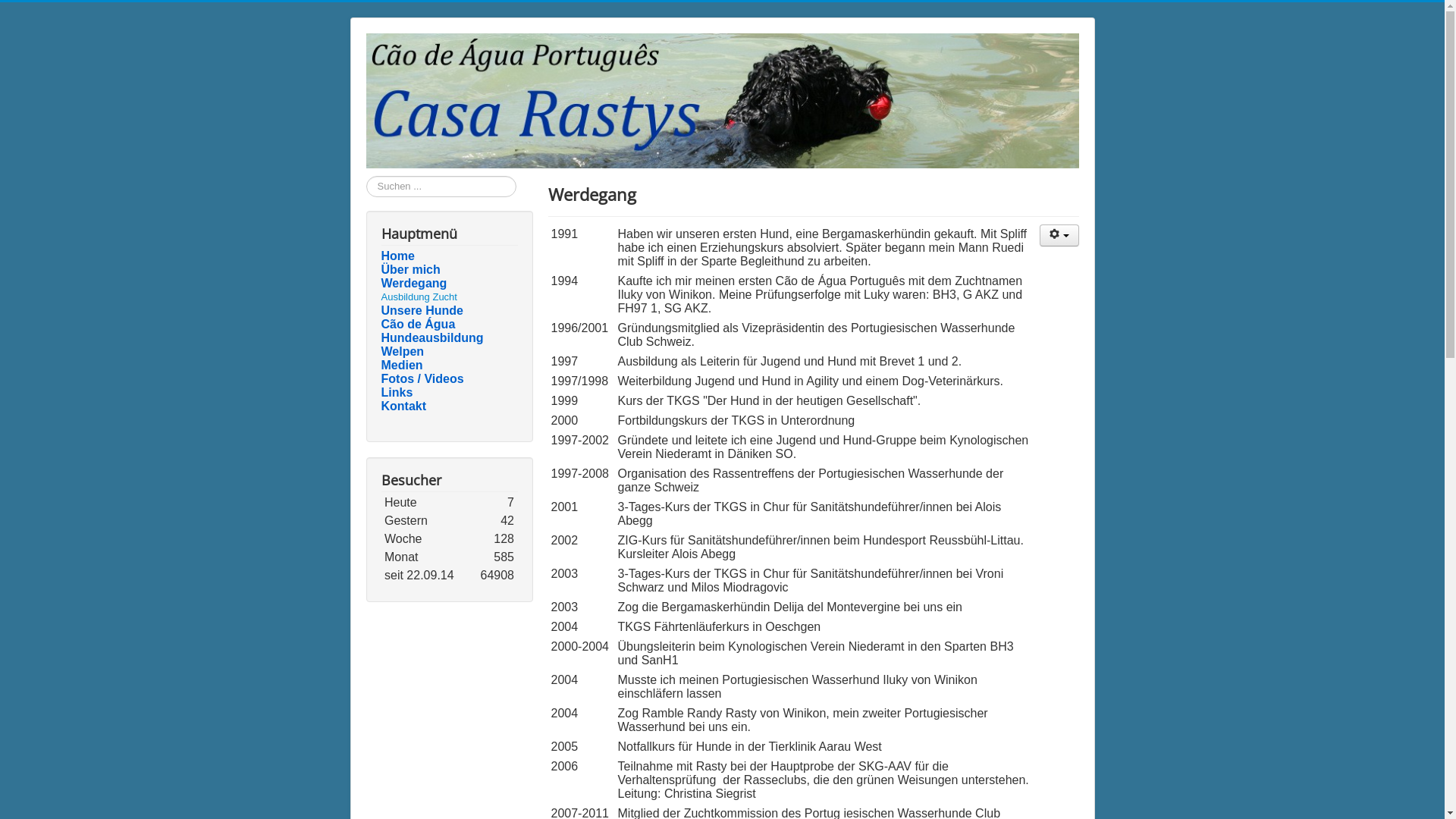 The height and width of the screenshot is (819, 1456). What do you see at coordinates (419, 297) in the screenshot?
I see `'Ausbildung Zucht'` at bounding box center [419, 297].